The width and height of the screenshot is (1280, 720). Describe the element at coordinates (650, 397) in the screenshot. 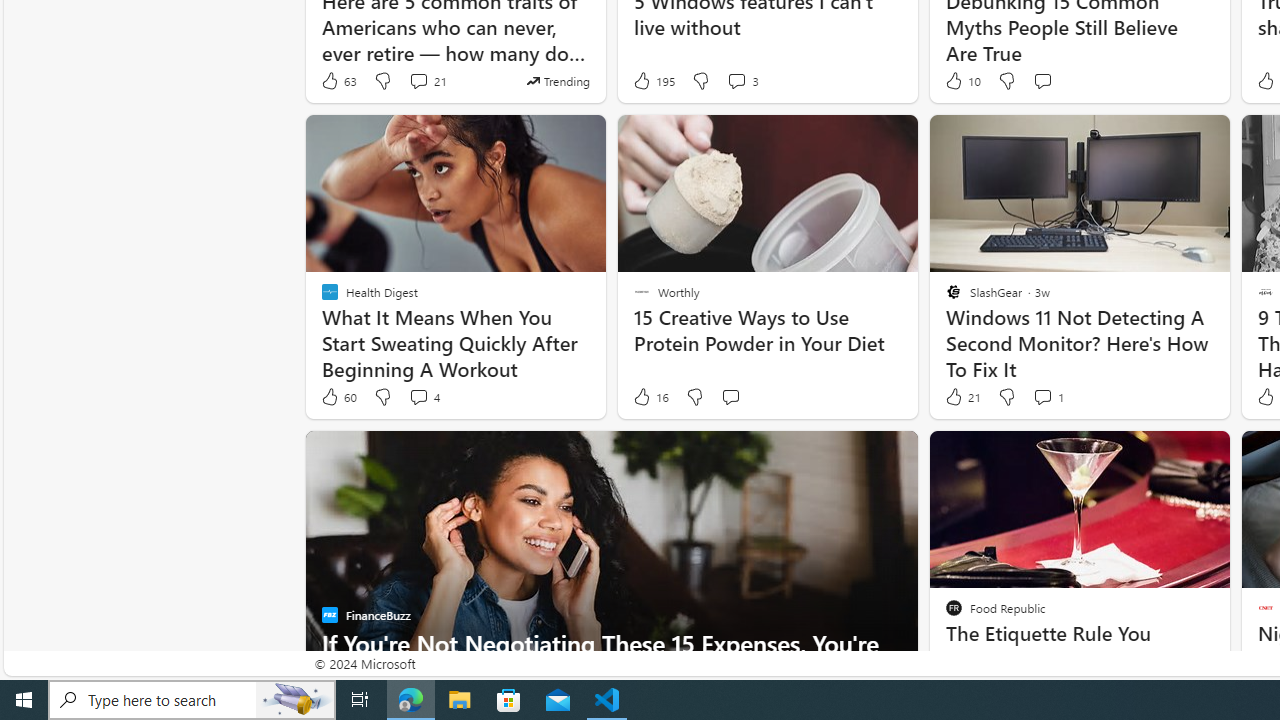

I see `'16 Like'` at that location.